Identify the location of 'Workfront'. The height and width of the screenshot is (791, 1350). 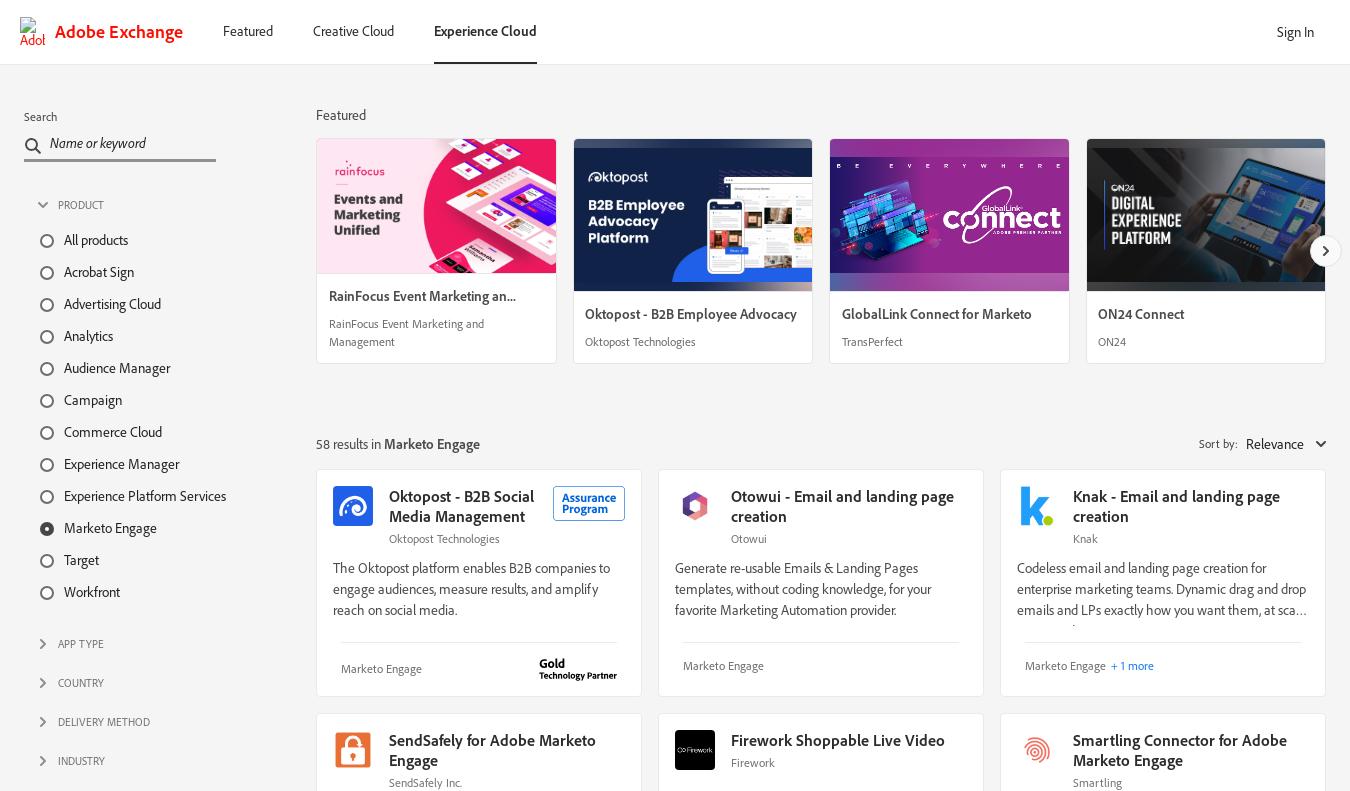
(62, 590).